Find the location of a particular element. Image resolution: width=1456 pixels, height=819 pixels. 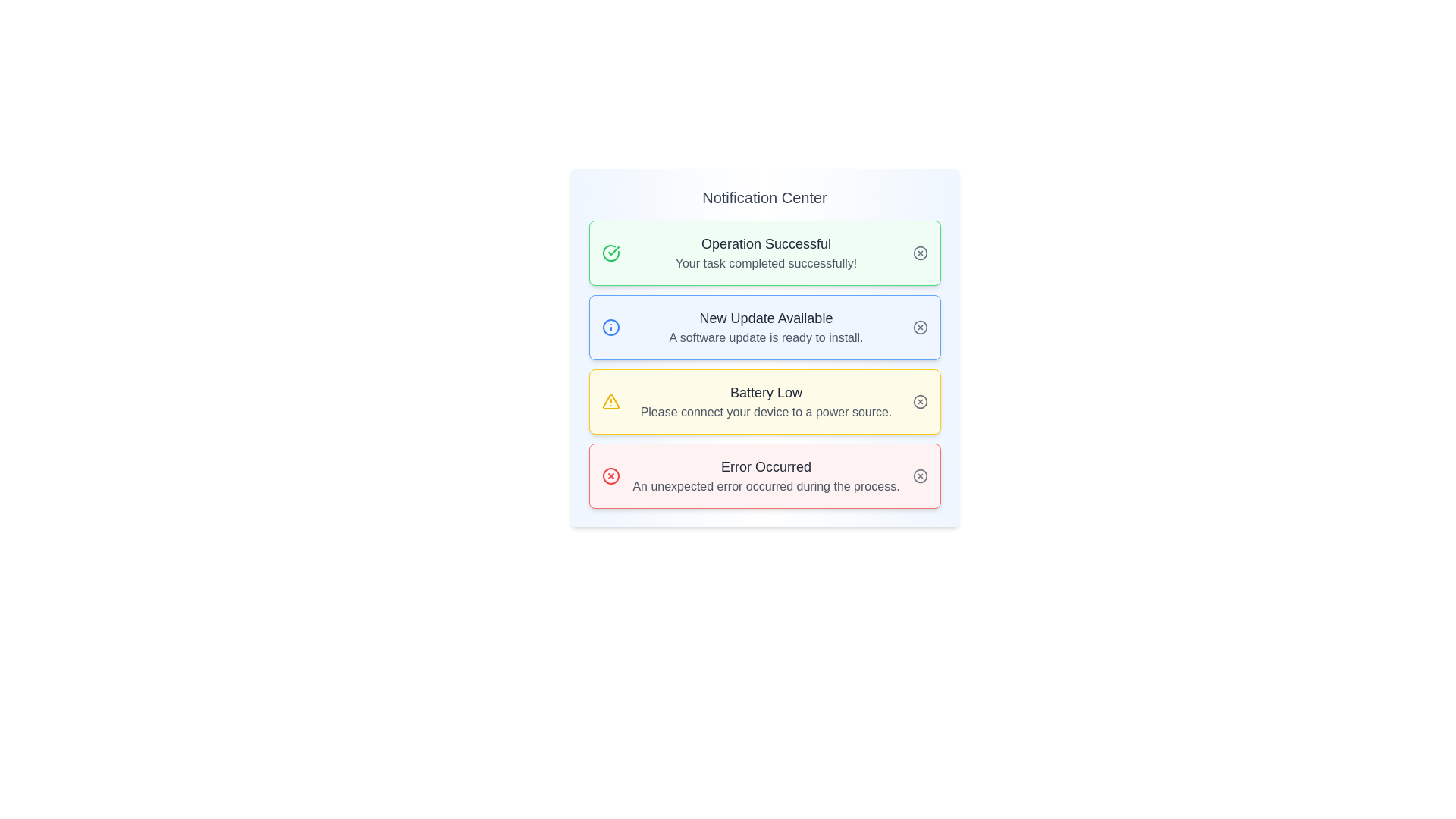

text content of the second notification in the notification card that indicates a software update is available for installation is located at coordinates (766, 327).